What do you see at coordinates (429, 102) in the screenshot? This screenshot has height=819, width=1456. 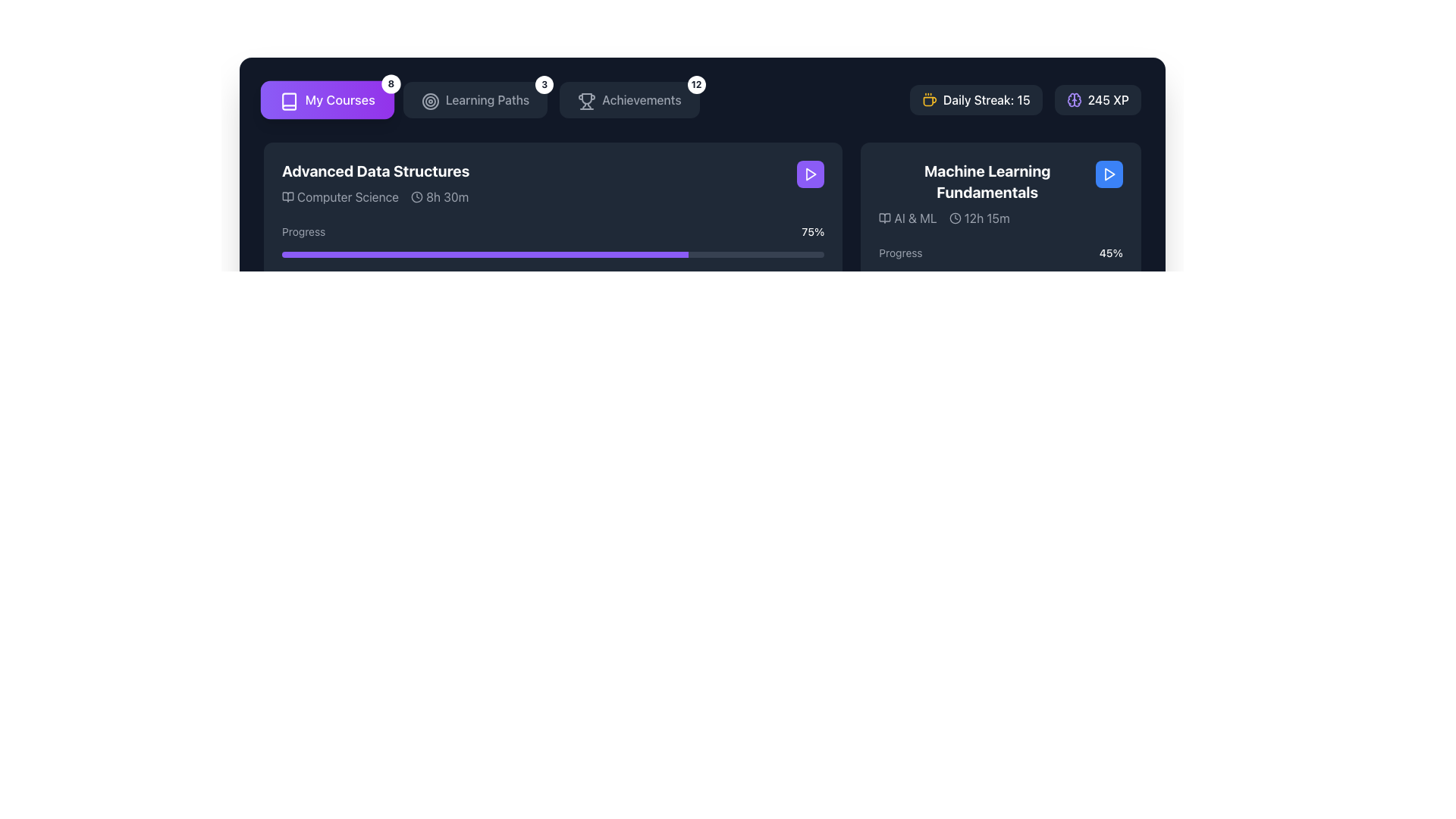 I see `the middle circular element of the bullseye-like structure located within the 'Learning Paths' component in the top menu bar` at bounding box center [429, 102].